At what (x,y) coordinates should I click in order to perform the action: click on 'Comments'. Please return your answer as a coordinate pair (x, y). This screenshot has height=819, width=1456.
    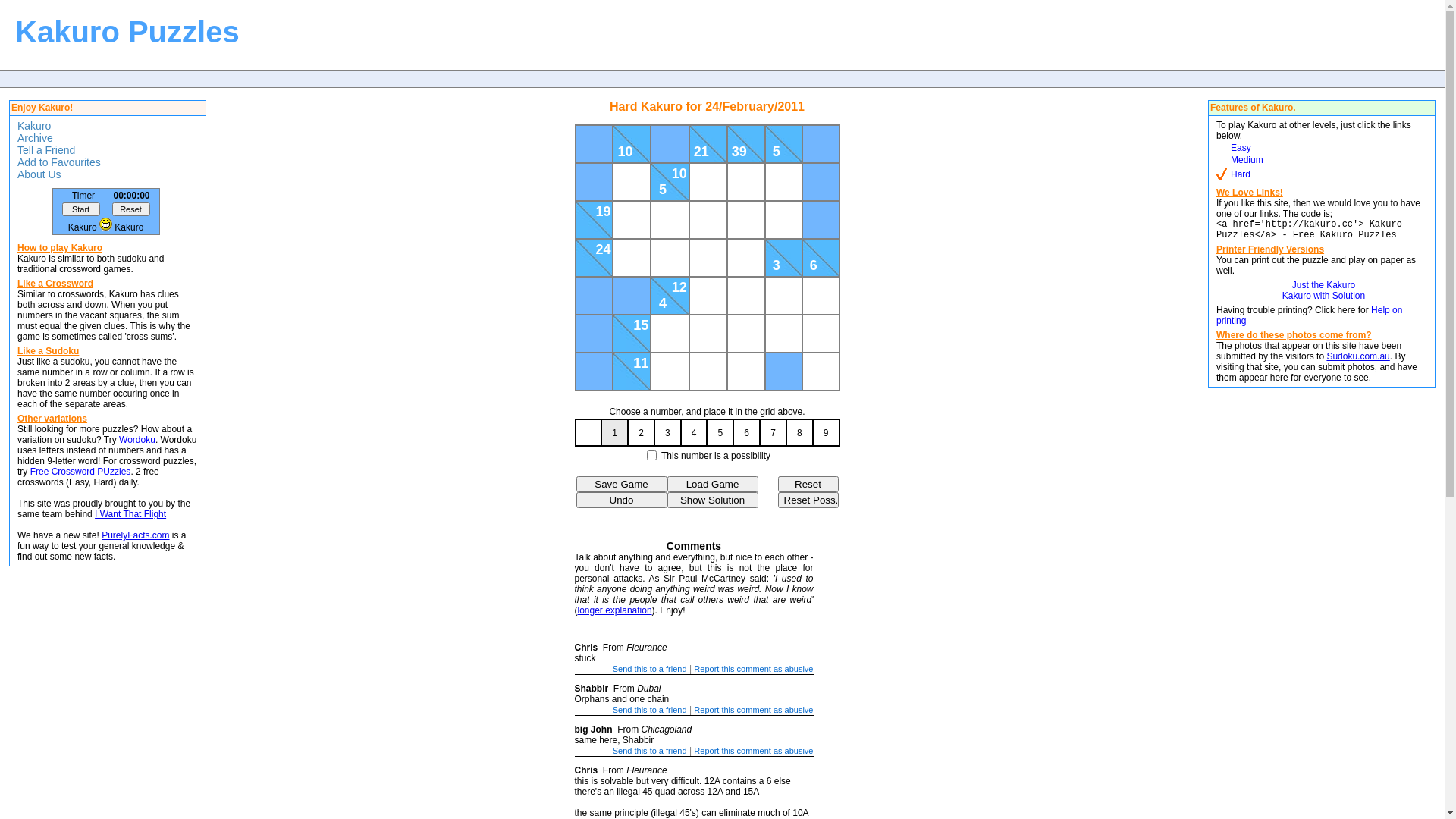
    Looking at the image, I should click on (693, 546).